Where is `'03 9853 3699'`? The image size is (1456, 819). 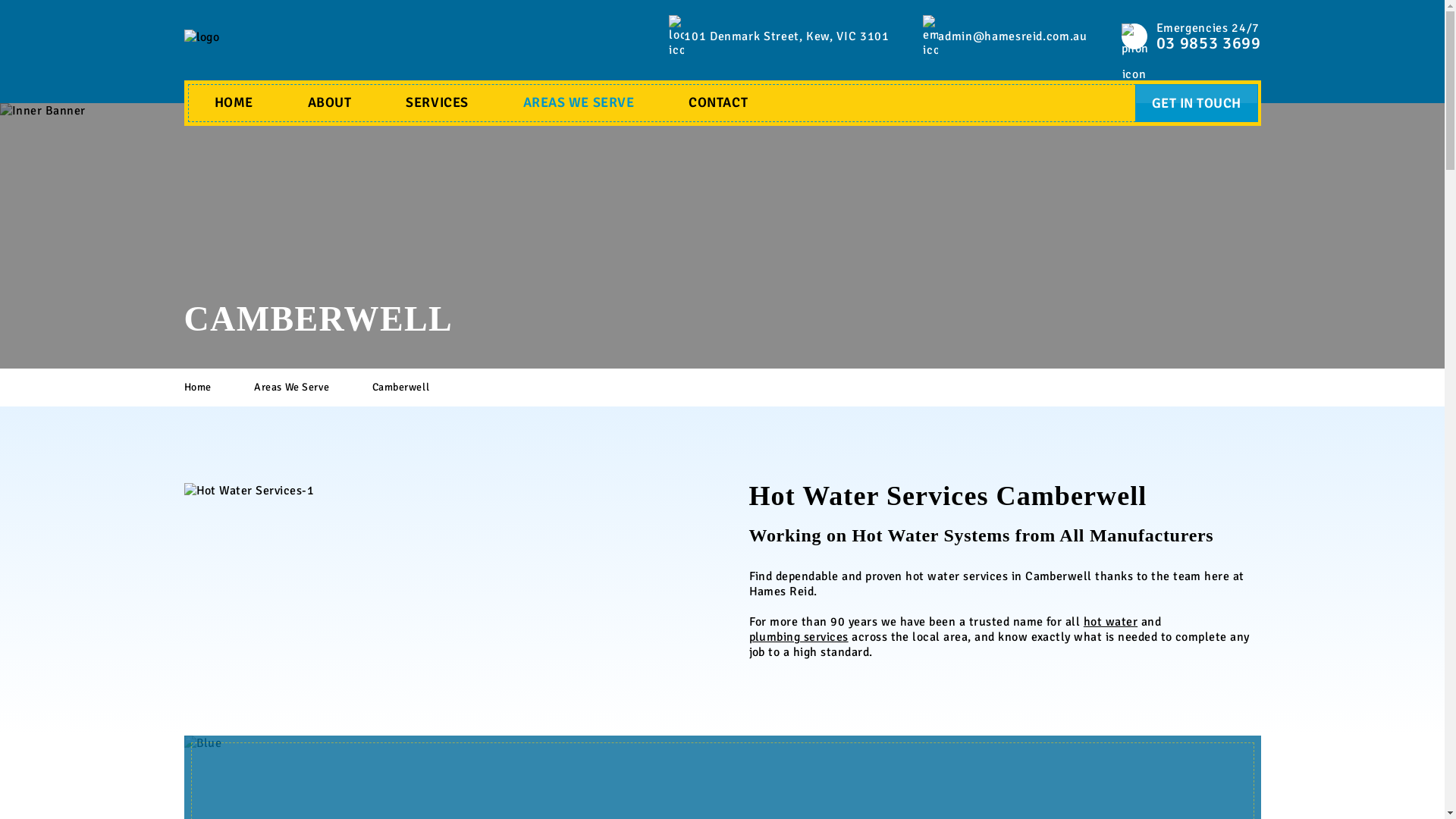 '03 9853 3699' is located at coordinates (1156, 43).